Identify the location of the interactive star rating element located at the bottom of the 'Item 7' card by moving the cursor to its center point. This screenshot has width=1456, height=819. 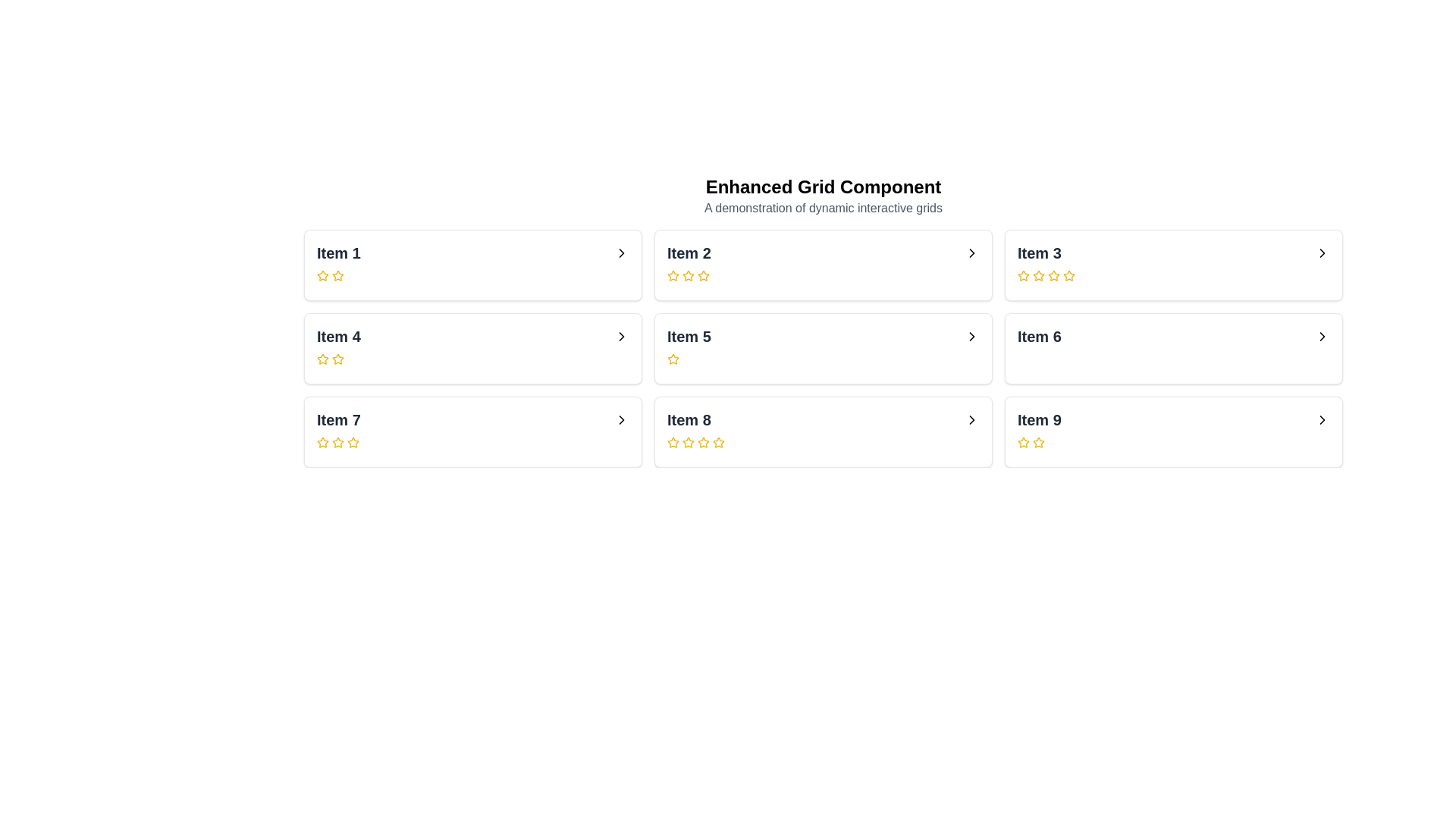
(472, 442).